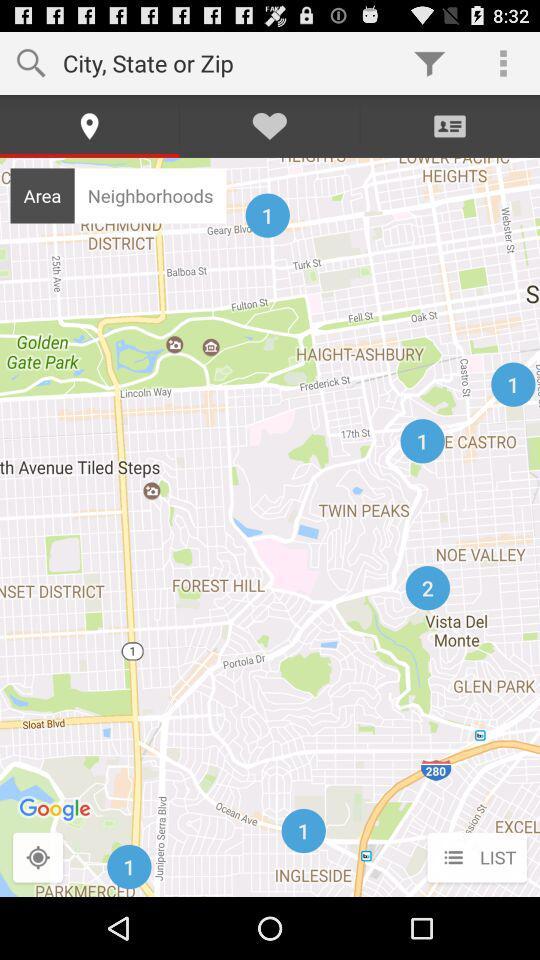 The height and width of the screenshot is (960, 540). Describe the element at coordinates (38, 857) in the screenshot. I see `showa the view icon` at that location.